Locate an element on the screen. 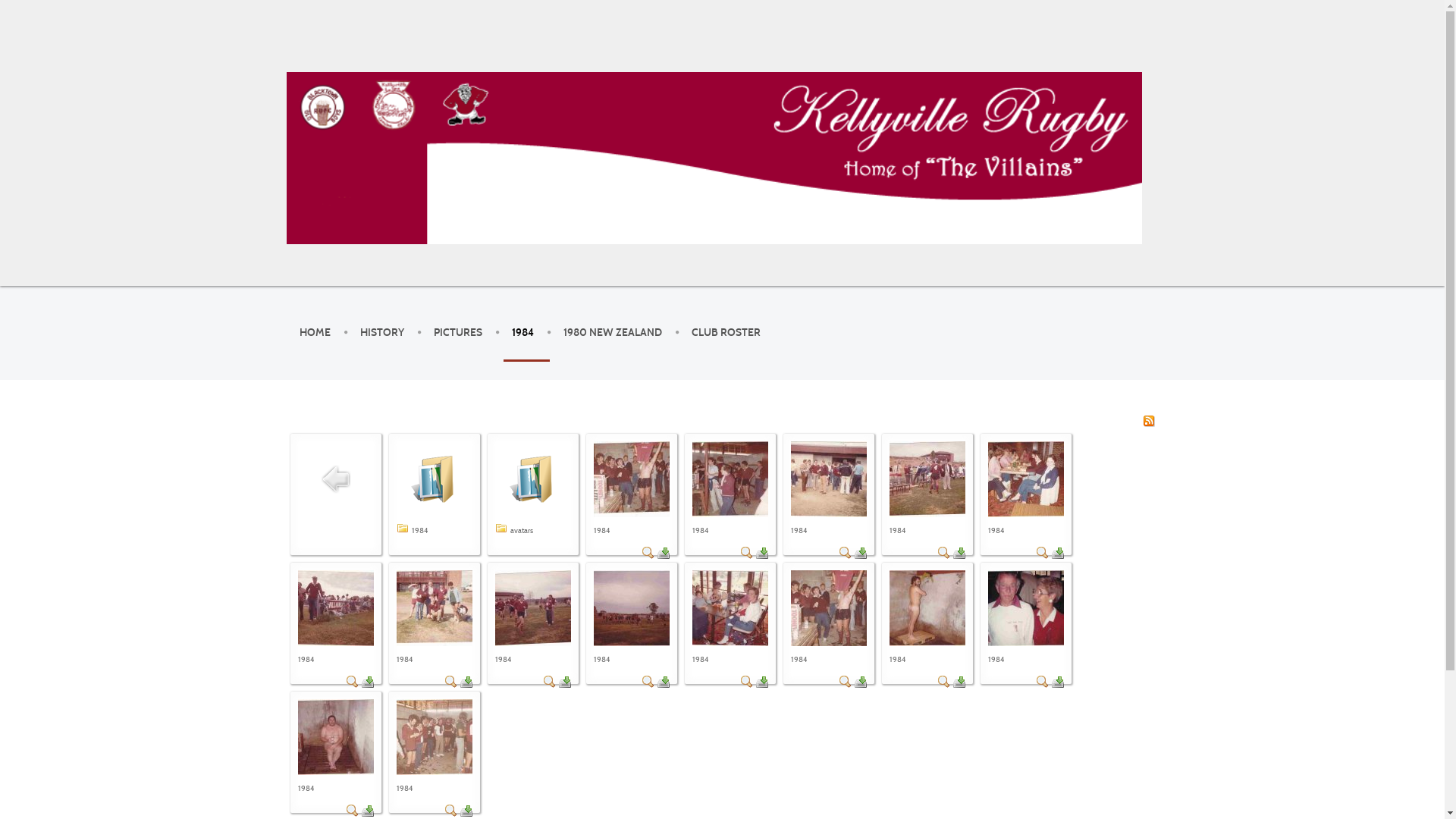 The height and width of the screenshot is (819, 1456). 'HISTORY' is located at coordinates (381, 332).